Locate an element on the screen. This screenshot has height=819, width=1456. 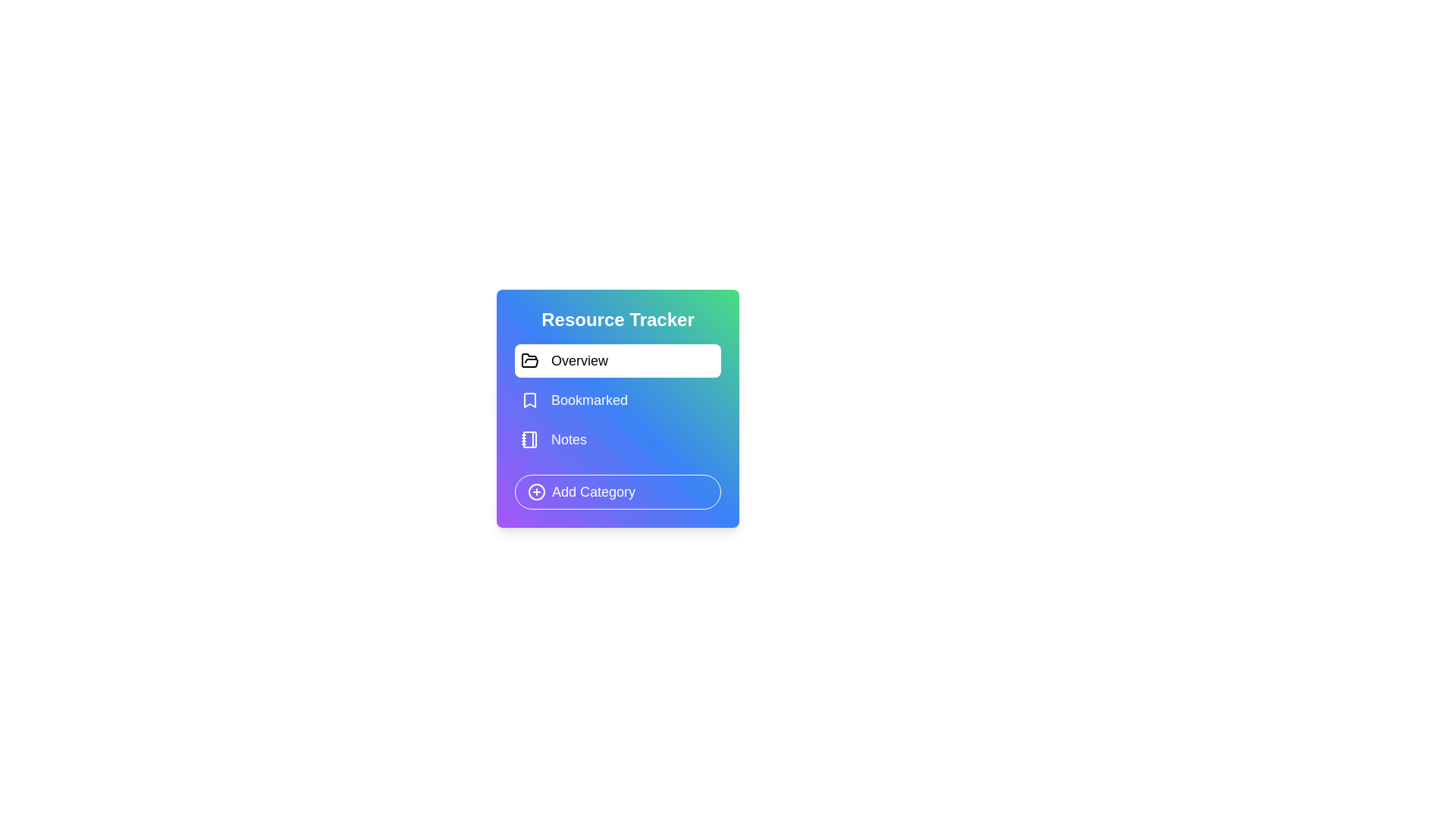
the category Notes to see the hover effect is located at coordinates (618, 439).